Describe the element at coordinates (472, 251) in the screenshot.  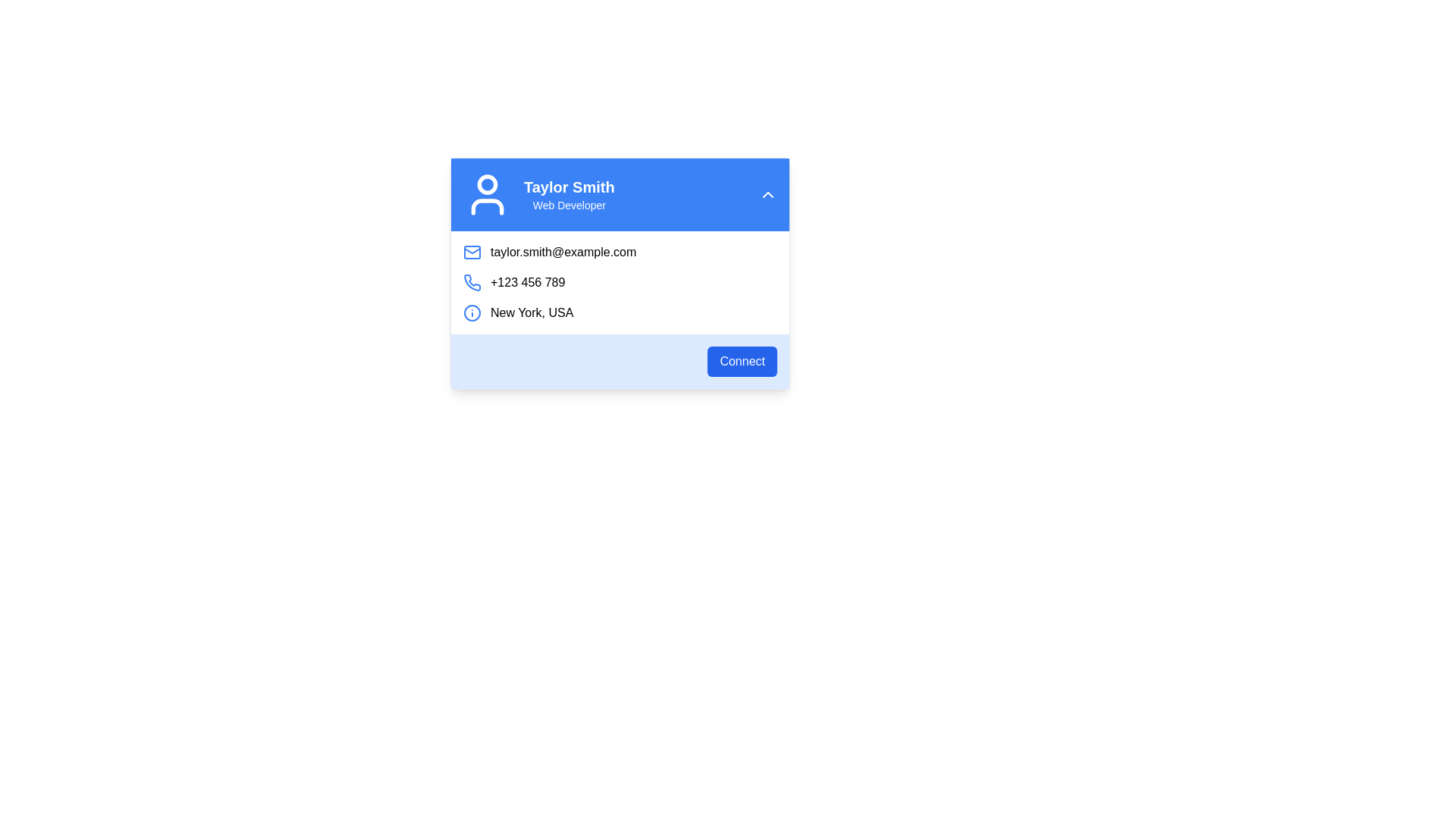
I see `the email icon located to the left of the email address 'taylor.smith@example.com', which serves as a visual indicator for email functionality` at that location.